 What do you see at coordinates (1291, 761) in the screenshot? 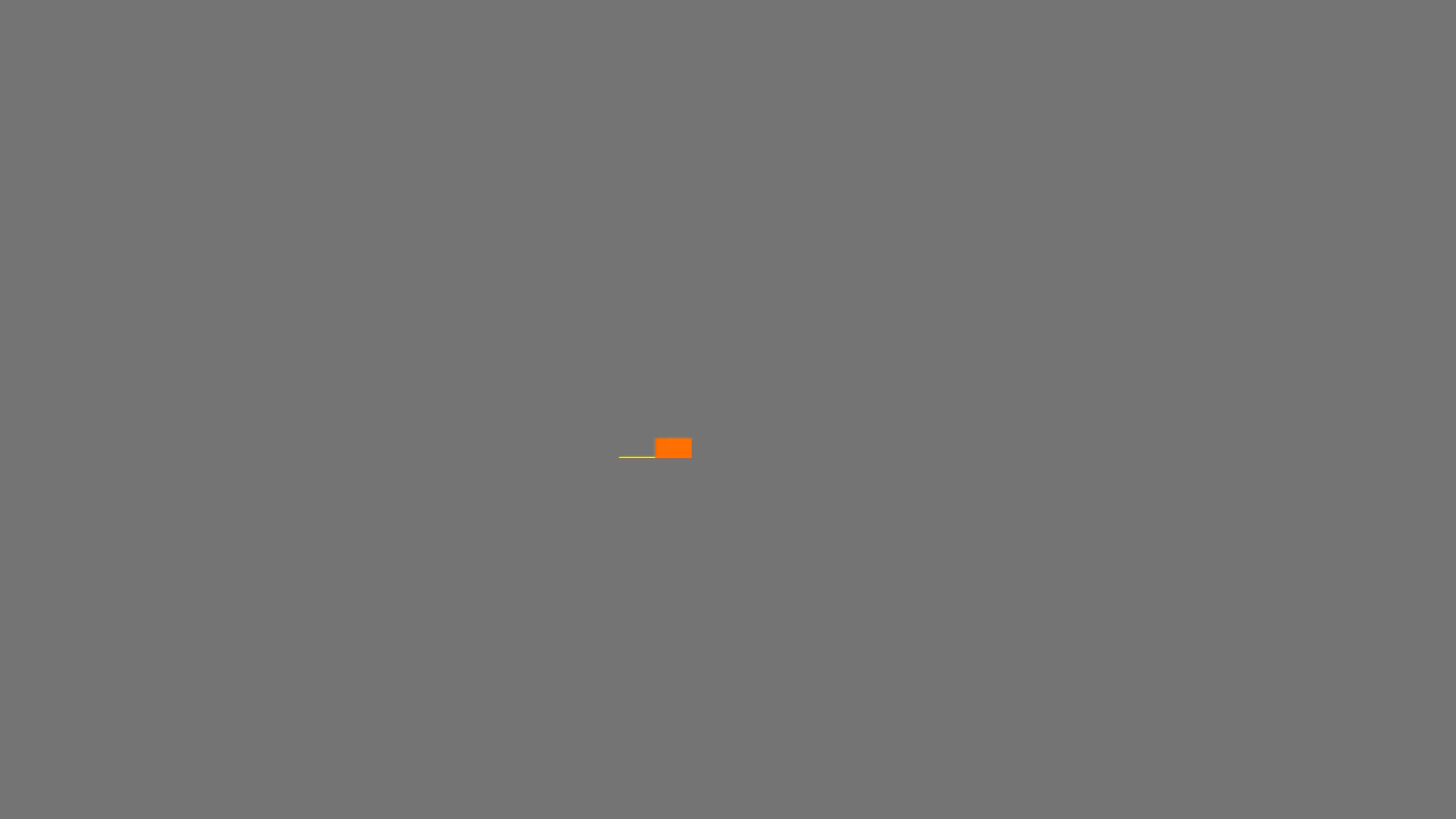
I see `SIGN UP FOR OUR NEWSLETTER` at bounding box center [1291, 761].